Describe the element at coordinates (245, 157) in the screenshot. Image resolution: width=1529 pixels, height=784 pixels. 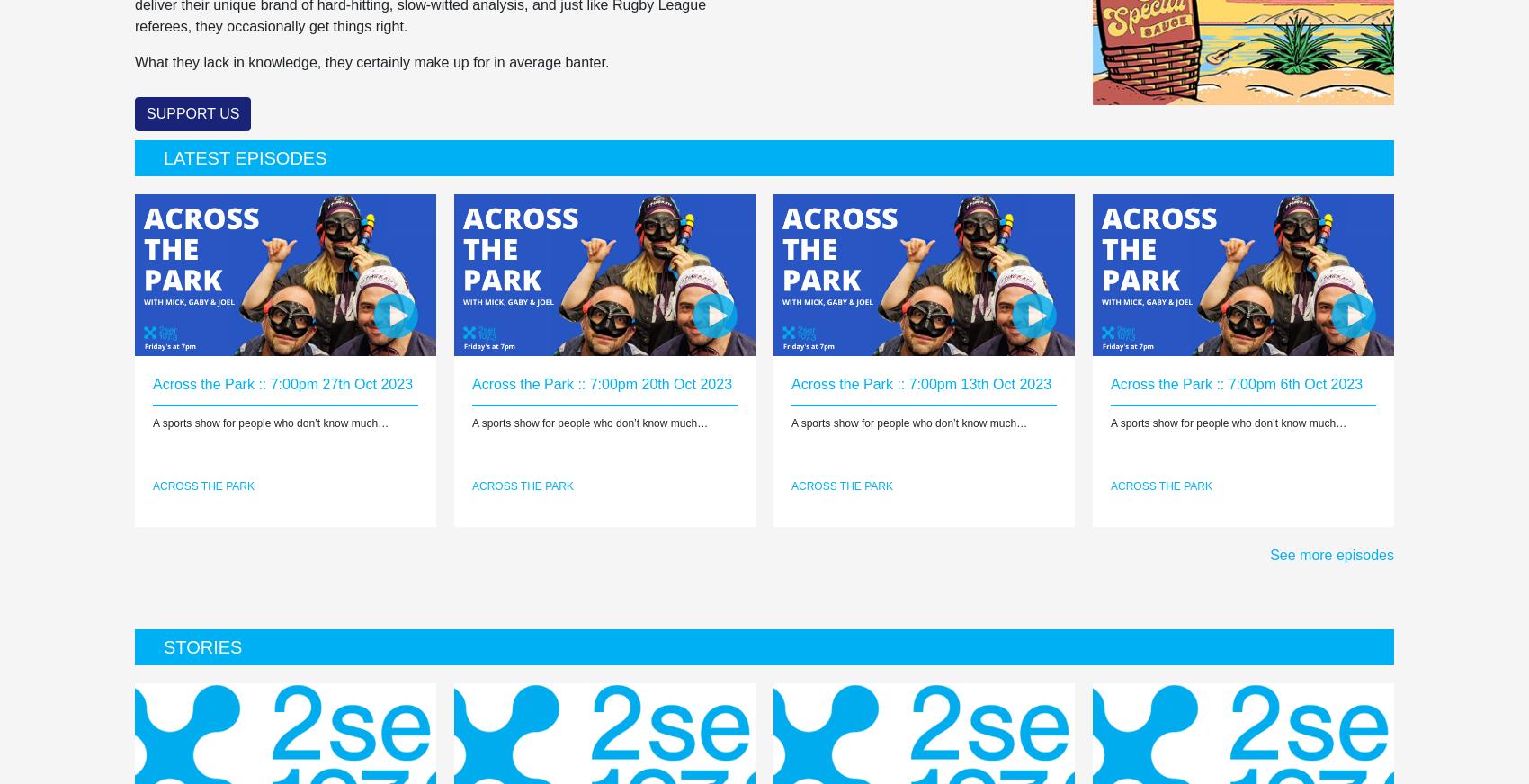
I see `'LATEST EPISODES'` at that location.